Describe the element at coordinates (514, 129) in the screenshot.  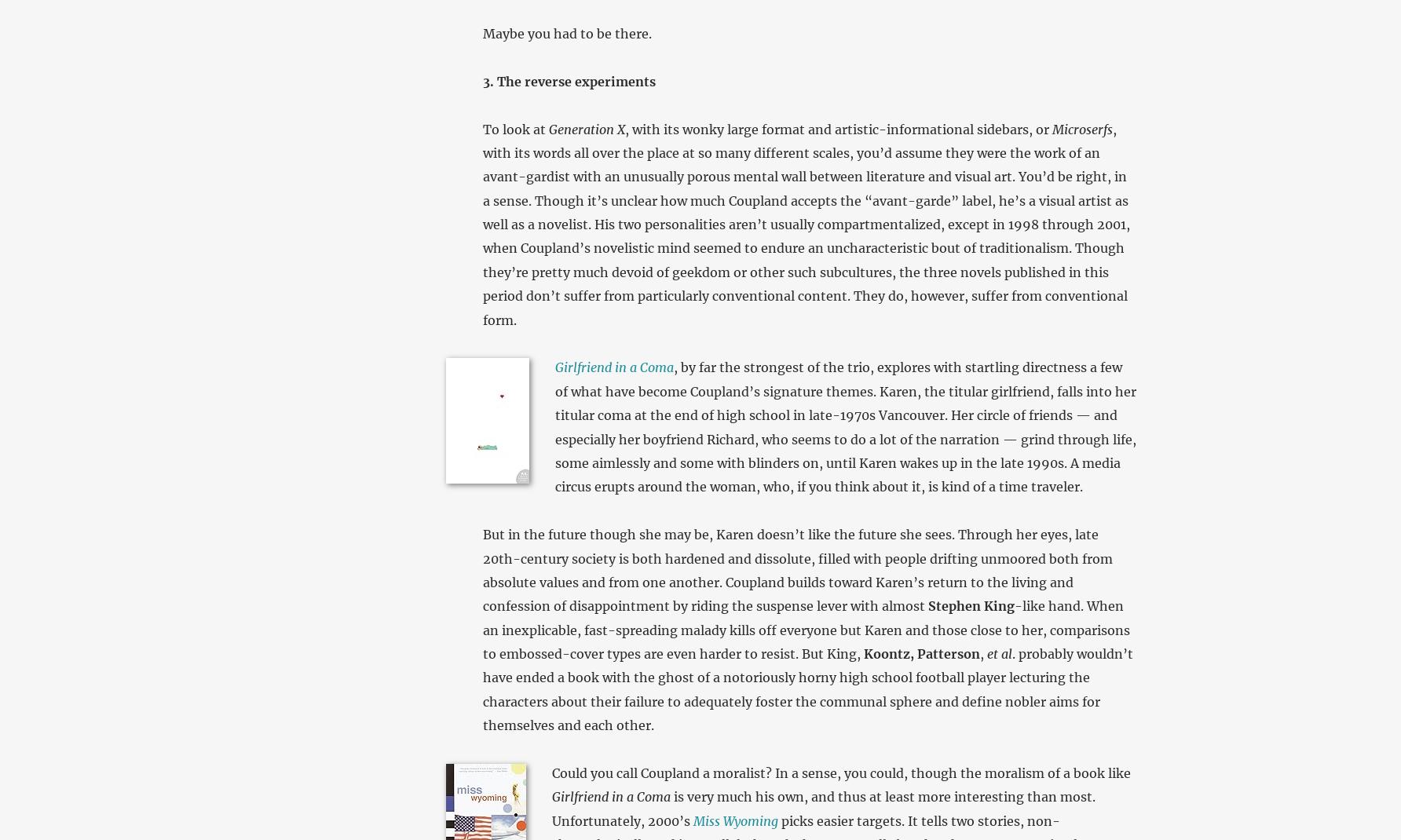
I see `'To look at'` at that location.